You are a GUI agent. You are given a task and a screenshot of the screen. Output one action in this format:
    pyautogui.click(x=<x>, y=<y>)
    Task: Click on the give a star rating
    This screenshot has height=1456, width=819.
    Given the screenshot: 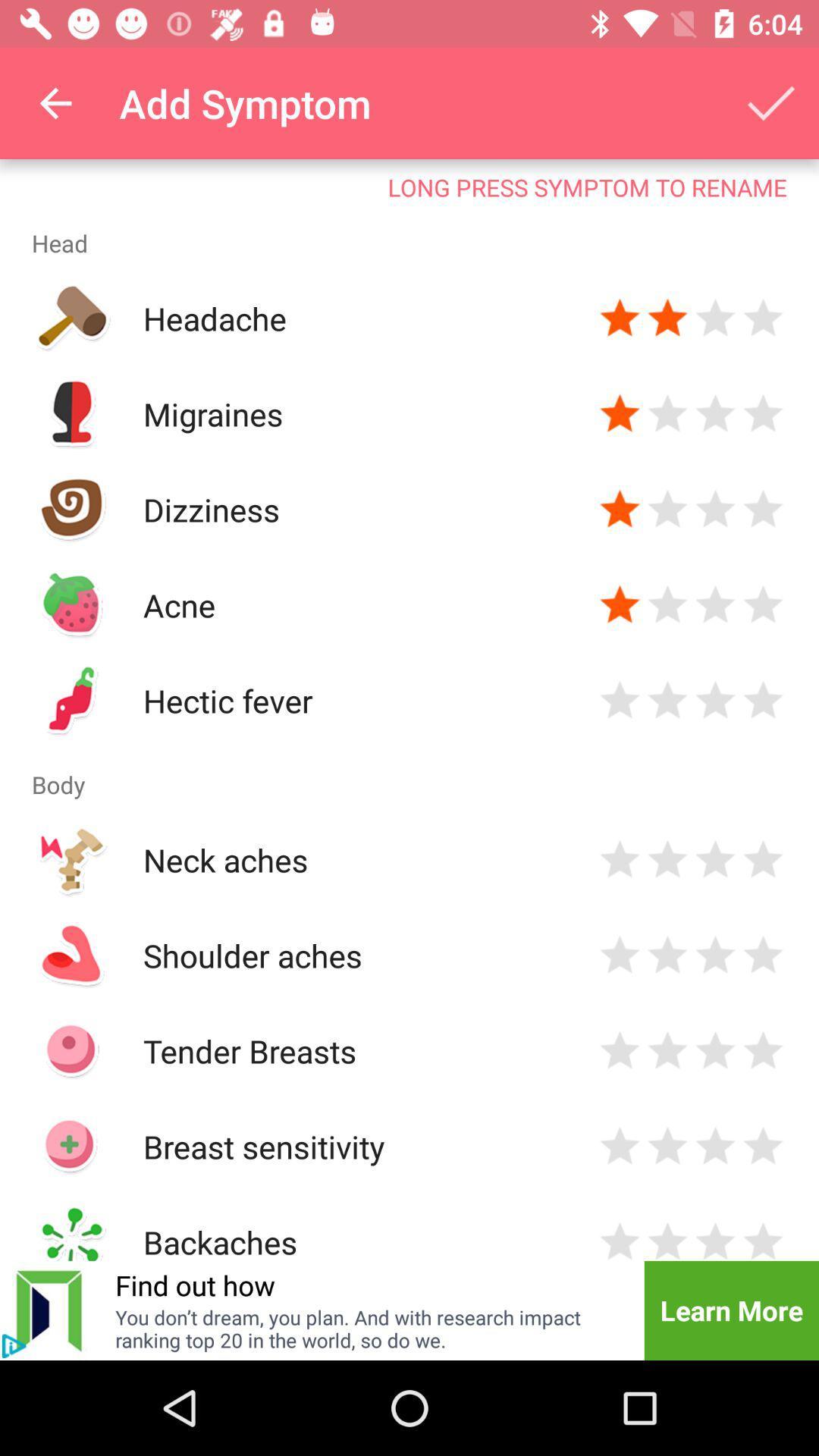 What is the action you would take?
    pyautogui.click(x=763, y=510)
    